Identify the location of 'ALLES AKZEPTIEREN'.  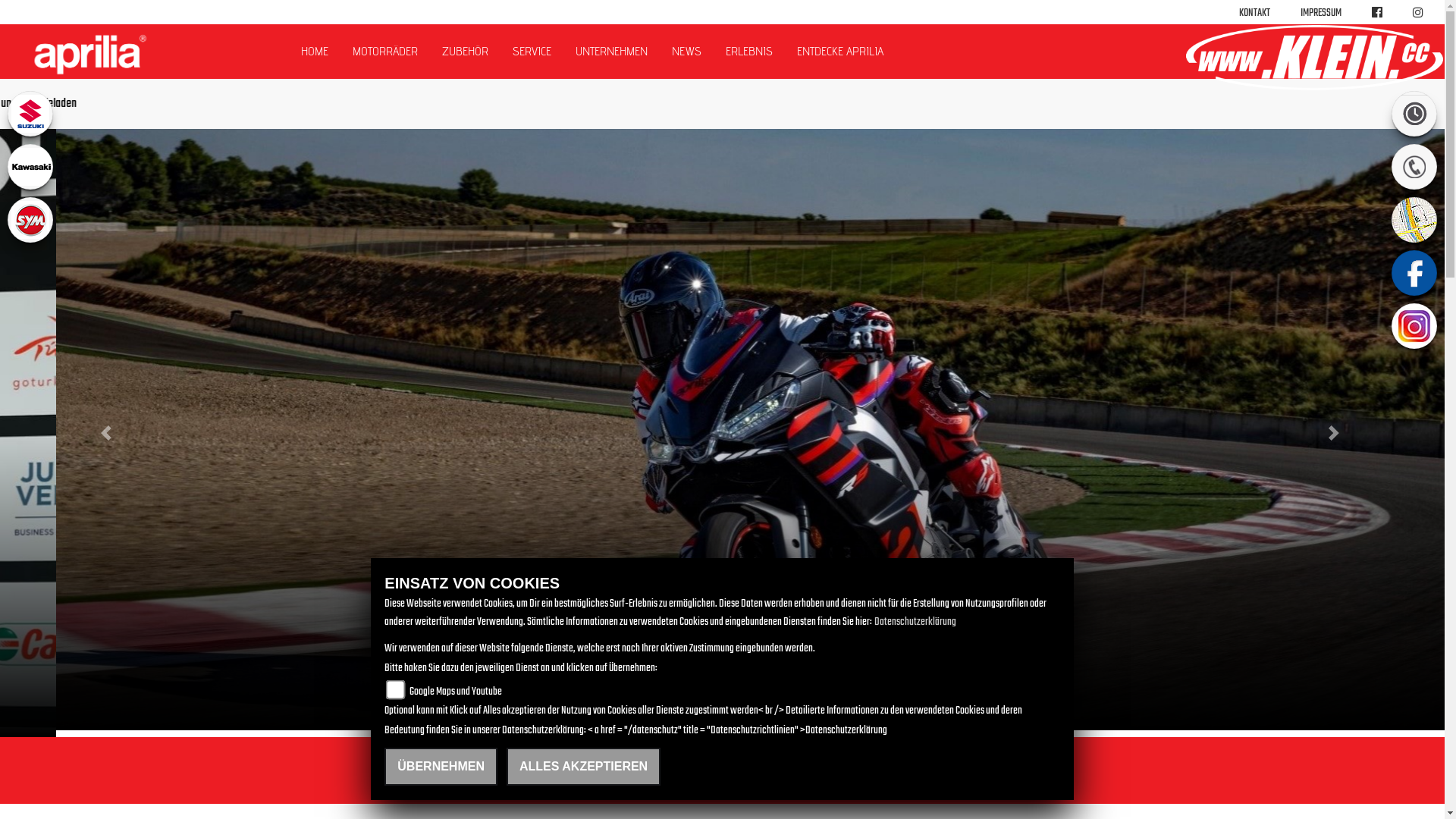
(582, 766).